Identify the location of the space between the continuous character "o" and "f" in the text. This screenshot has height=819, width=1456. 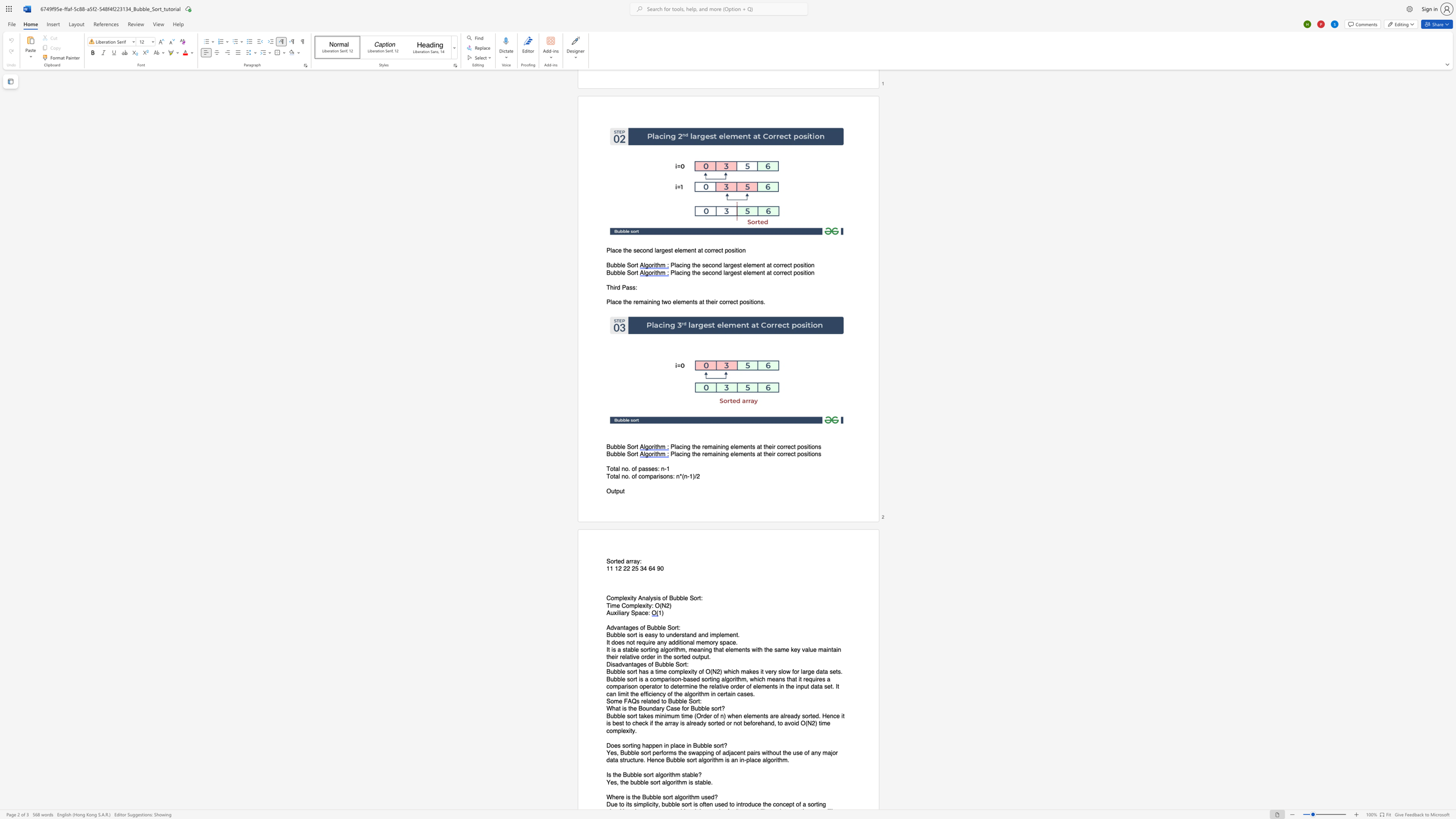
(634, 476).